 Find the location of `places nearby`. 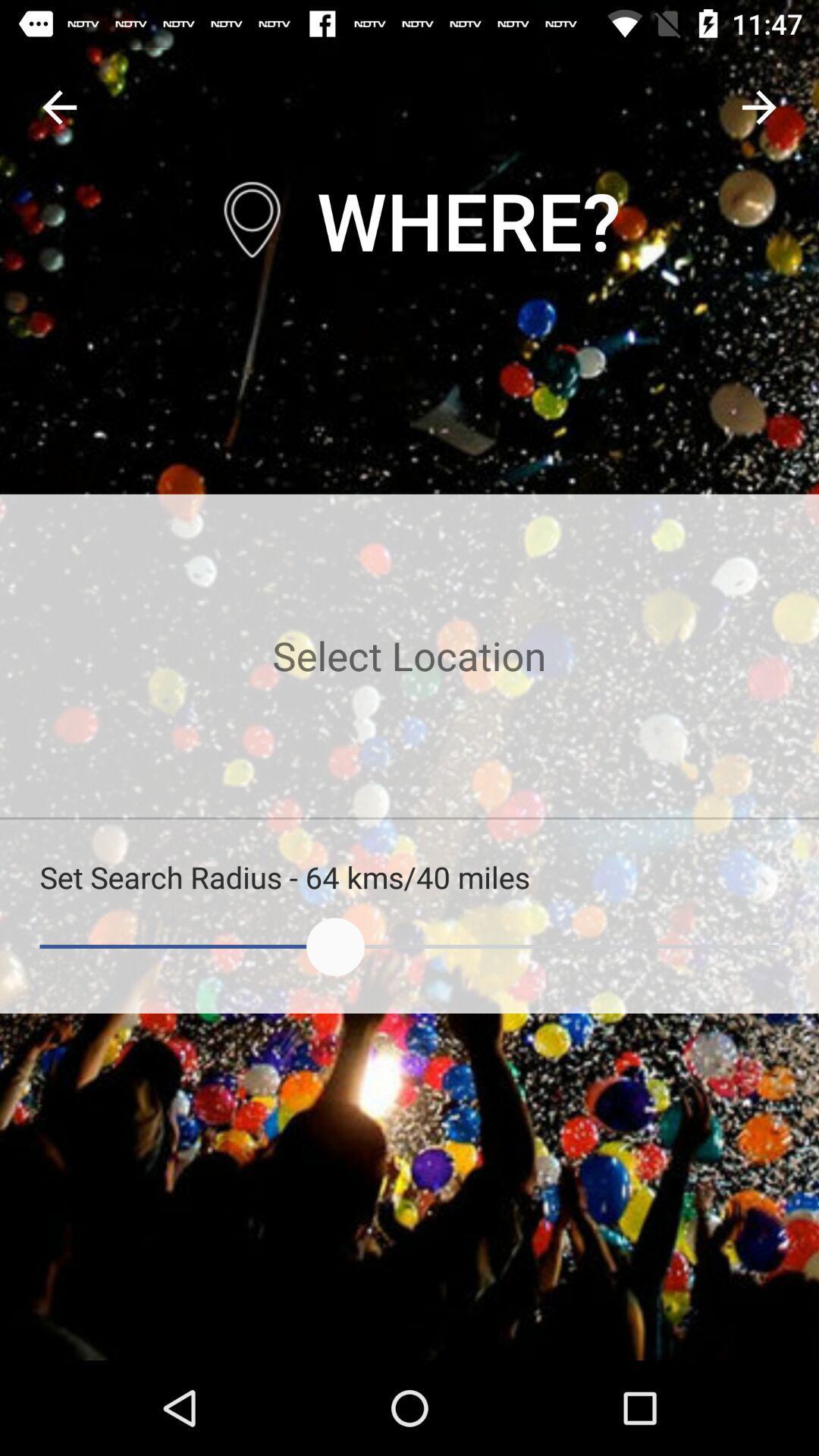

places nearby is located at coordinates (409, 655).